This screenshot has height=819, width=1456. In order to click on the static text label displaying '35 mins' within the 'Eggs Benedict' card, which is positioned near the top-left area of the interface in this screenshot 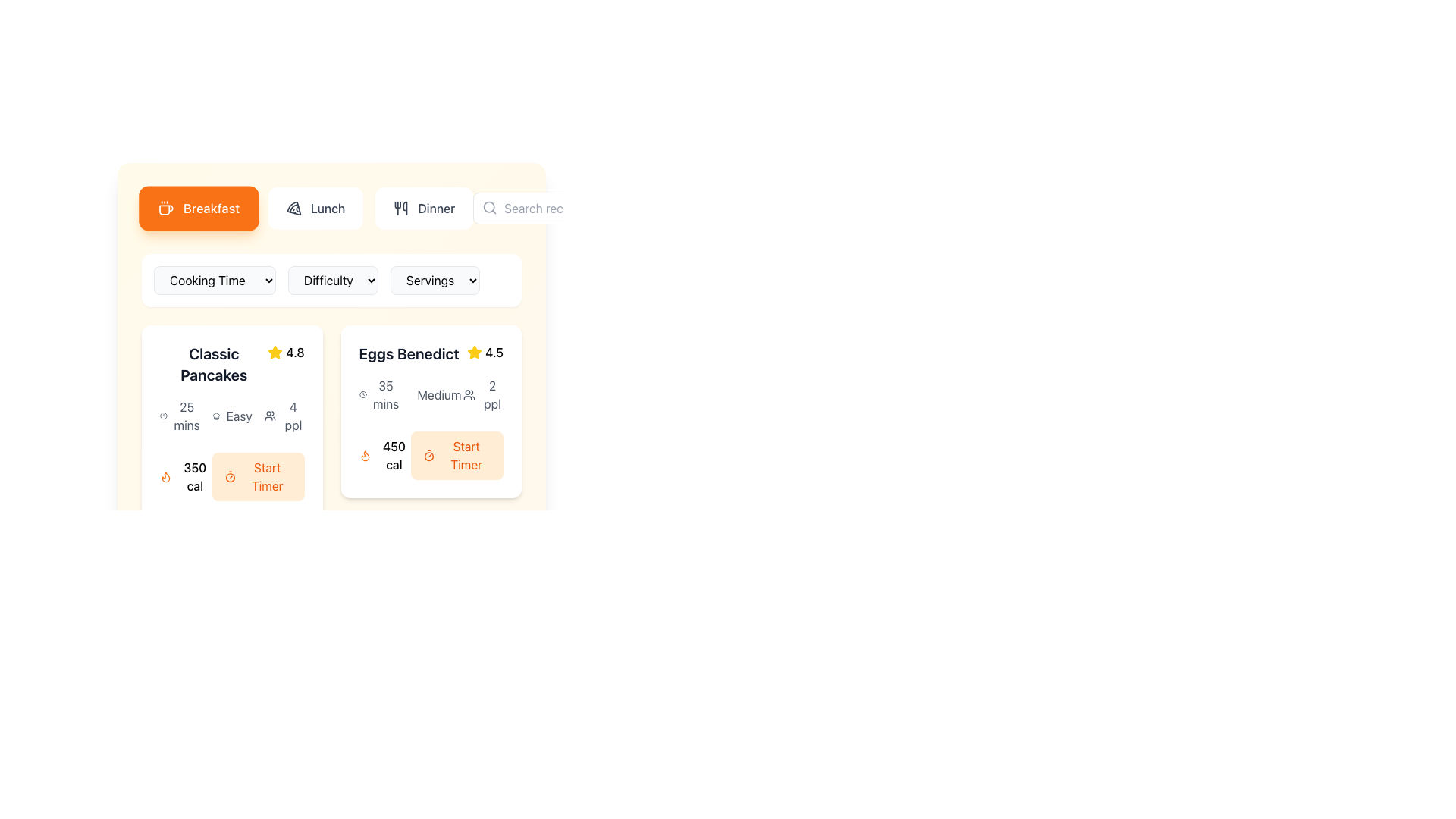, I will do `click(386, 394)`.